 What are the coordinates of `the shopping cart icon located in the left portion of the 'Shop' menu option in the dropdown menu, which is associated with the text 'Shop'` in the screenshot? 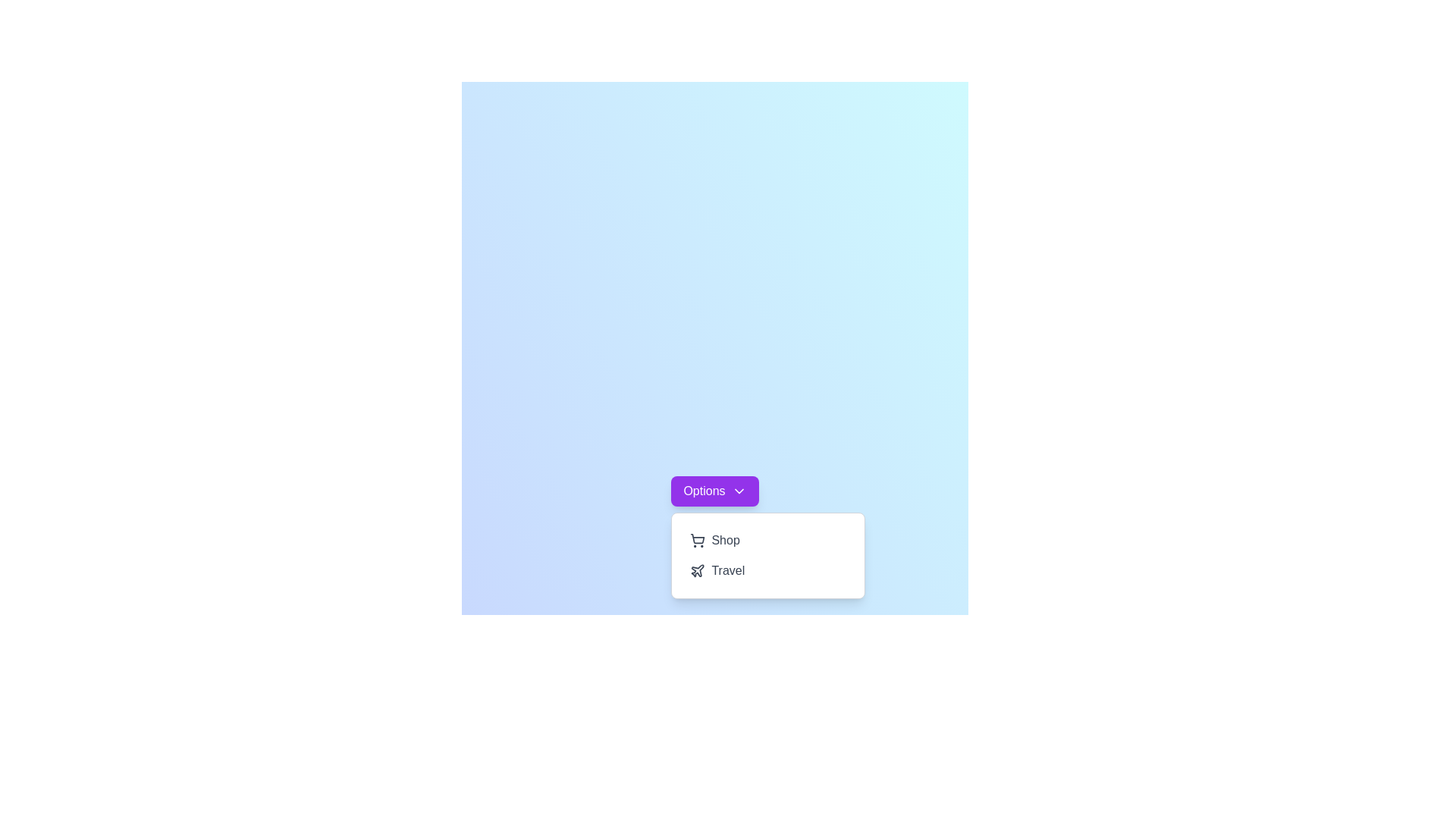 It's located at (697, 540).